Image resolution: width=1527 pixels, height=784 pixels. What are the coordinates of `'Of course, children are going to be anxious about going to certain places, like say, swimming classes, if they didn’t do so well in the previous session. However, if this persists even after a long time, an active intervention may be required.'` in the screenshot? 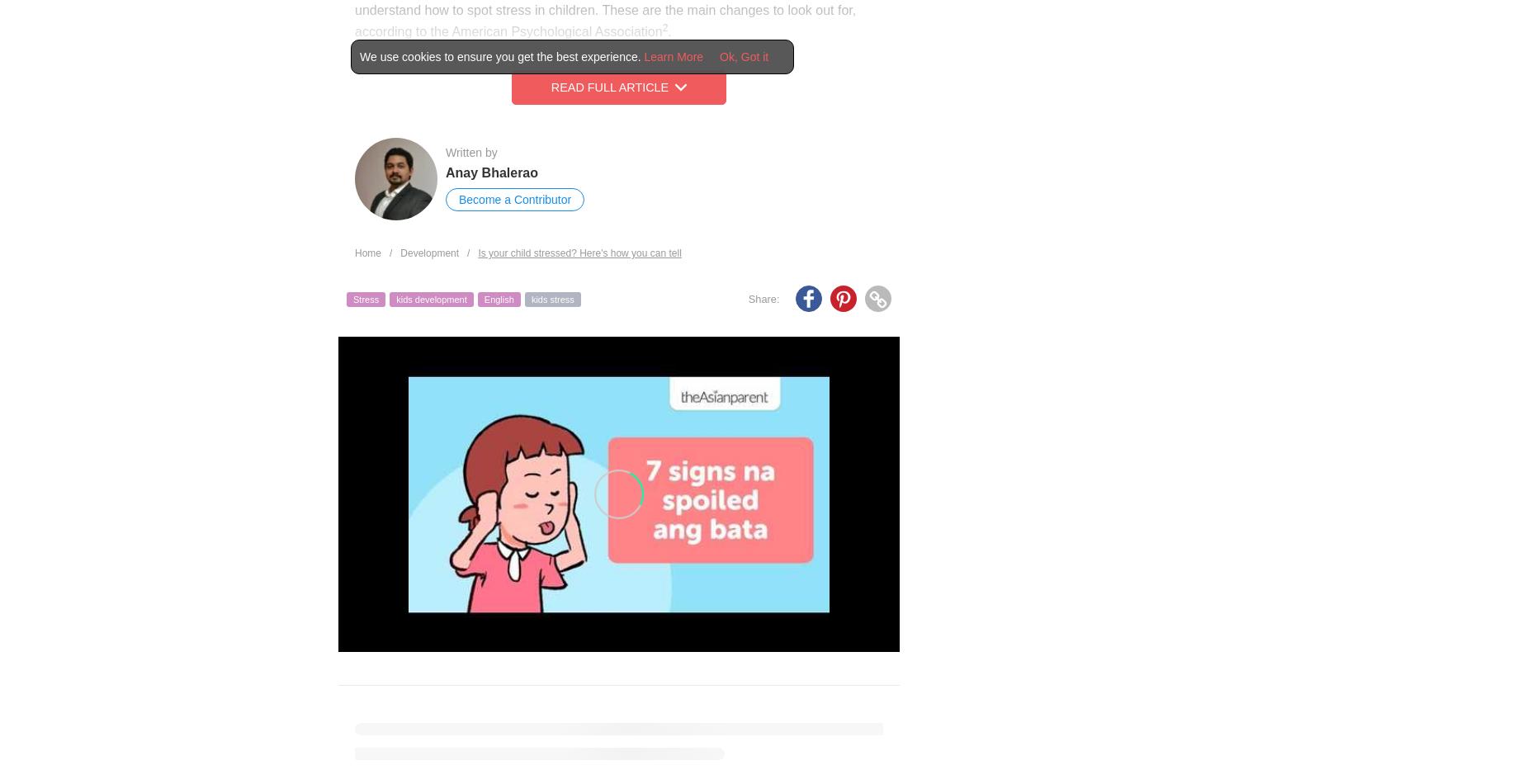 It's located at (353, 418).